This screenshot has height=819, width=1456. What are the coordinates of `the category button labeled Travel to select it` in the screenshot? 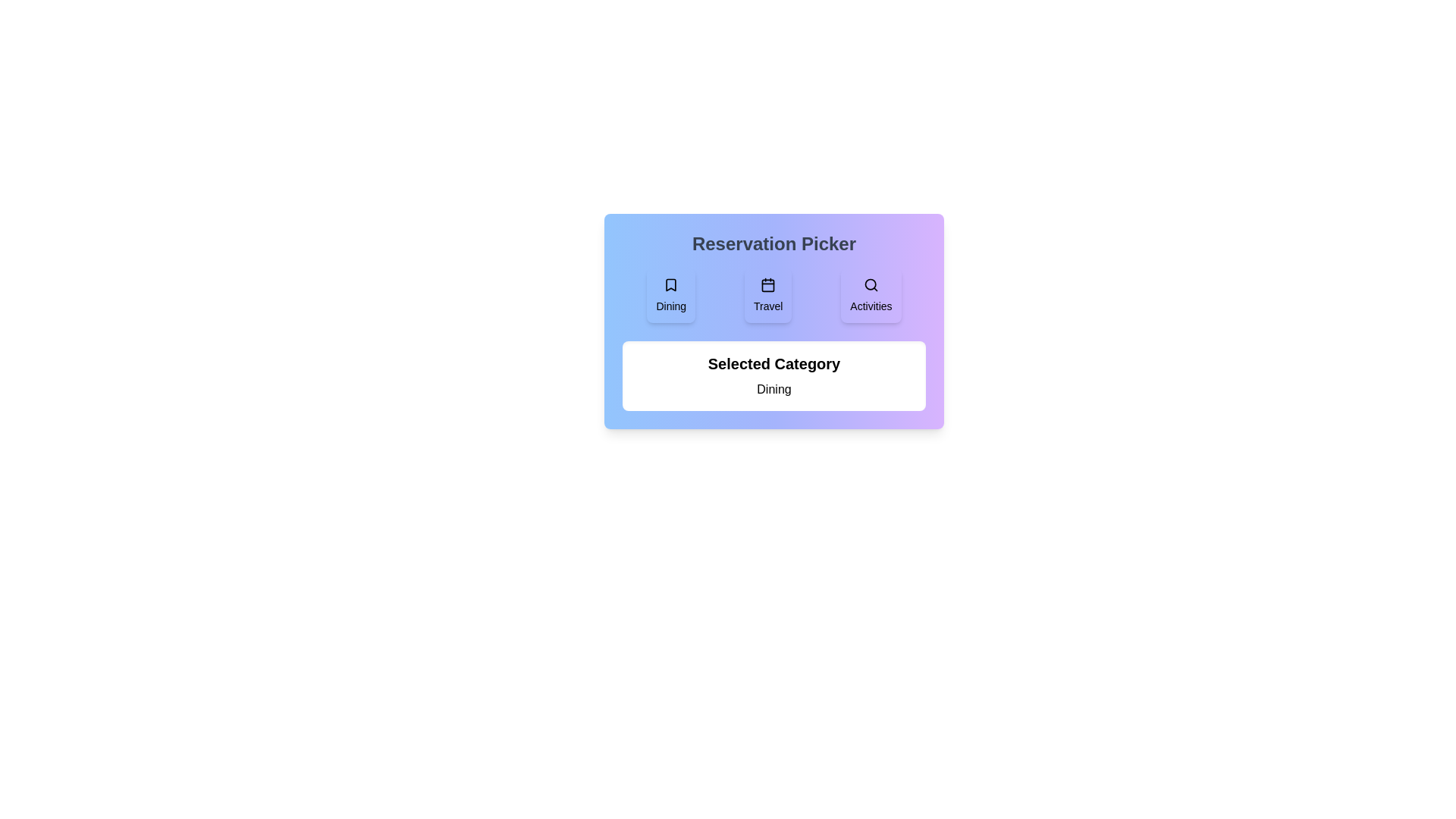 It's located at (767, 295).